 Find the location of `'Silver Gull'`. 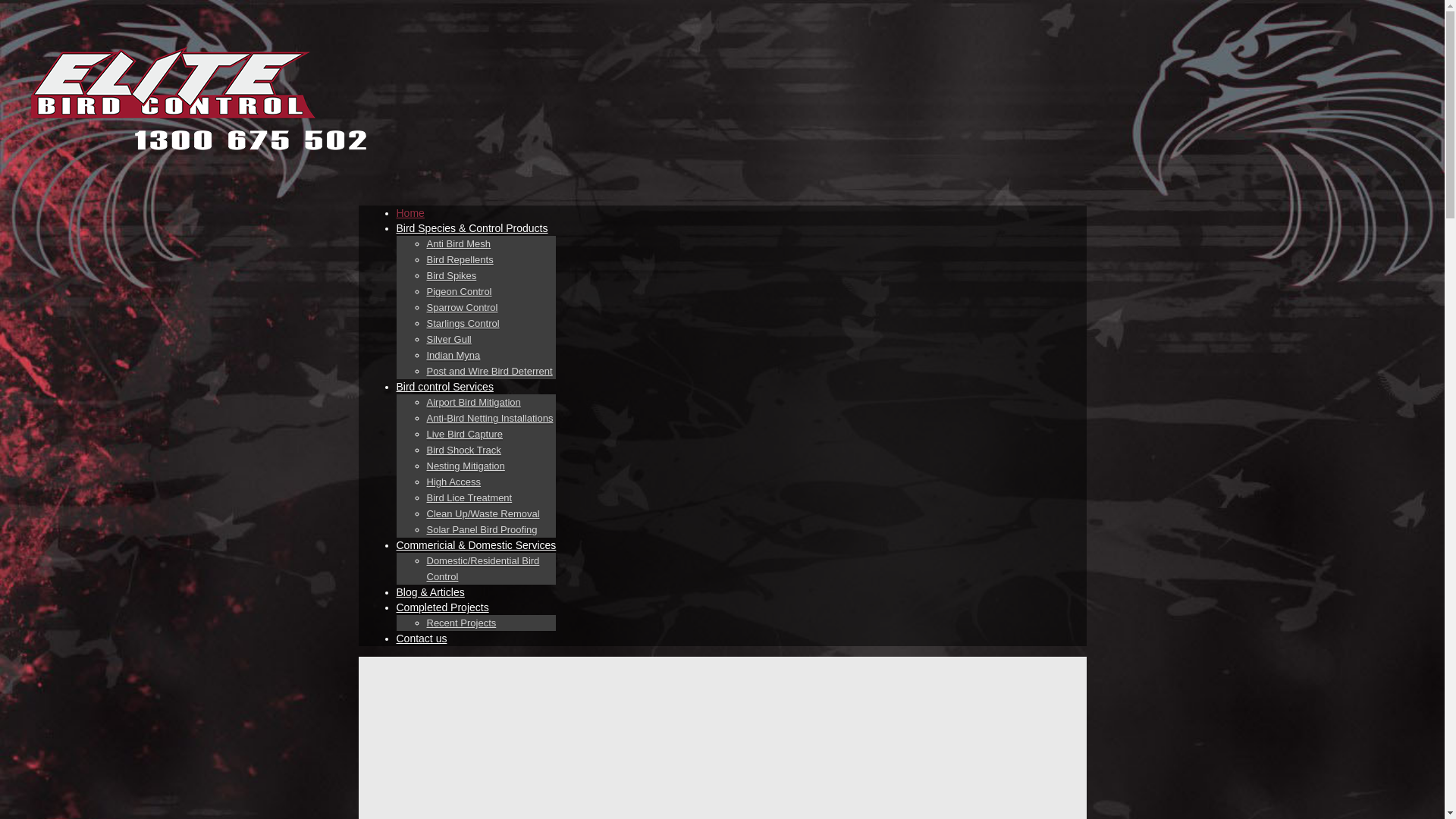

'Silver Gull' is located at coordinates (447, 338).